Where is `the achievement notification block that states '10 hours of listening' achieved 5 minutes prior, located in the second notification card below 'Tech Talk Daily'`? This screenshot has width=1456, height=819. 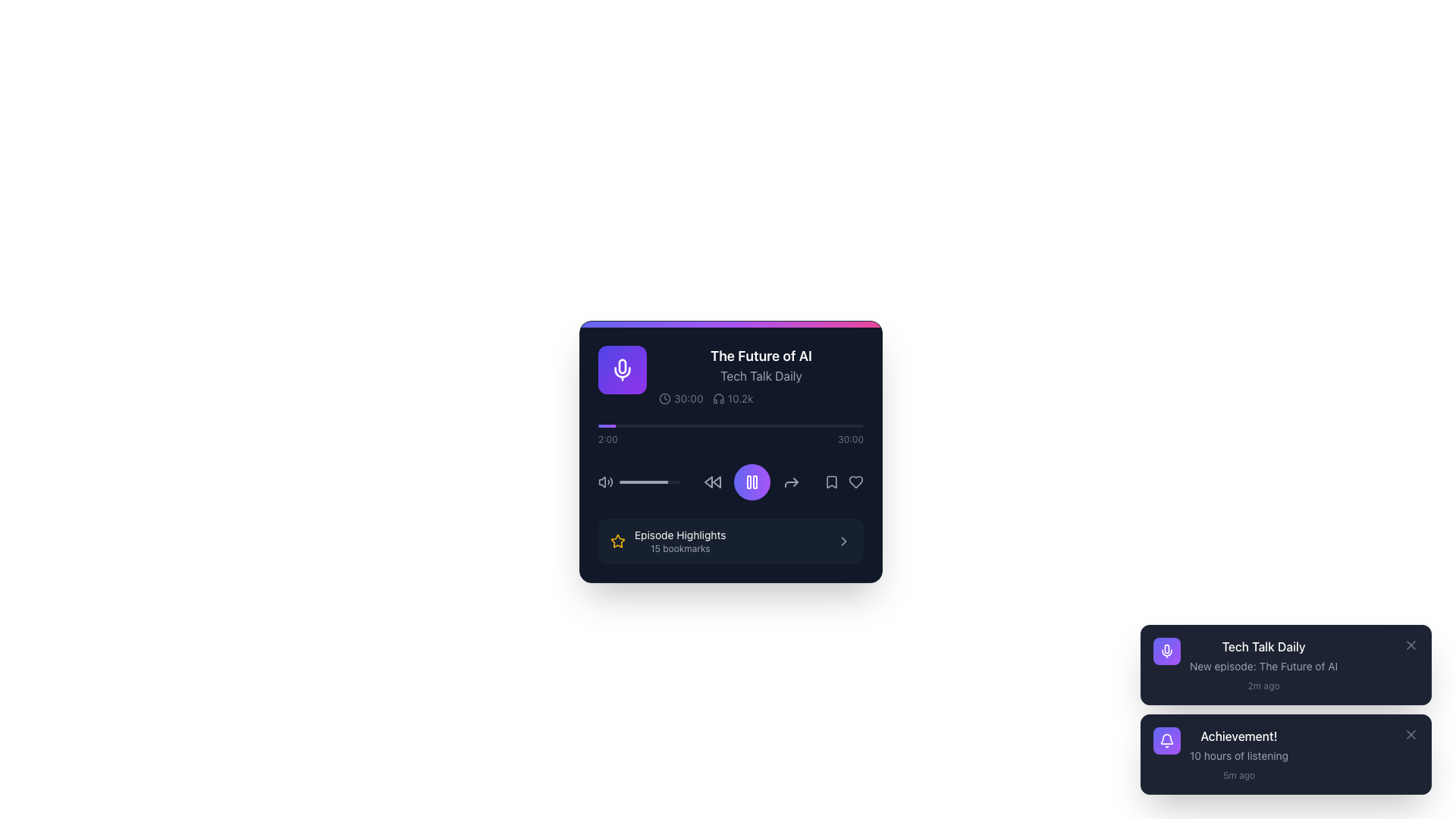
the achievement notification block that states '10 hours of listening' achieved 5 minutes prior, located in the second notification card below 'Tech Talk Daily' is located at coordinates (1239, 755).